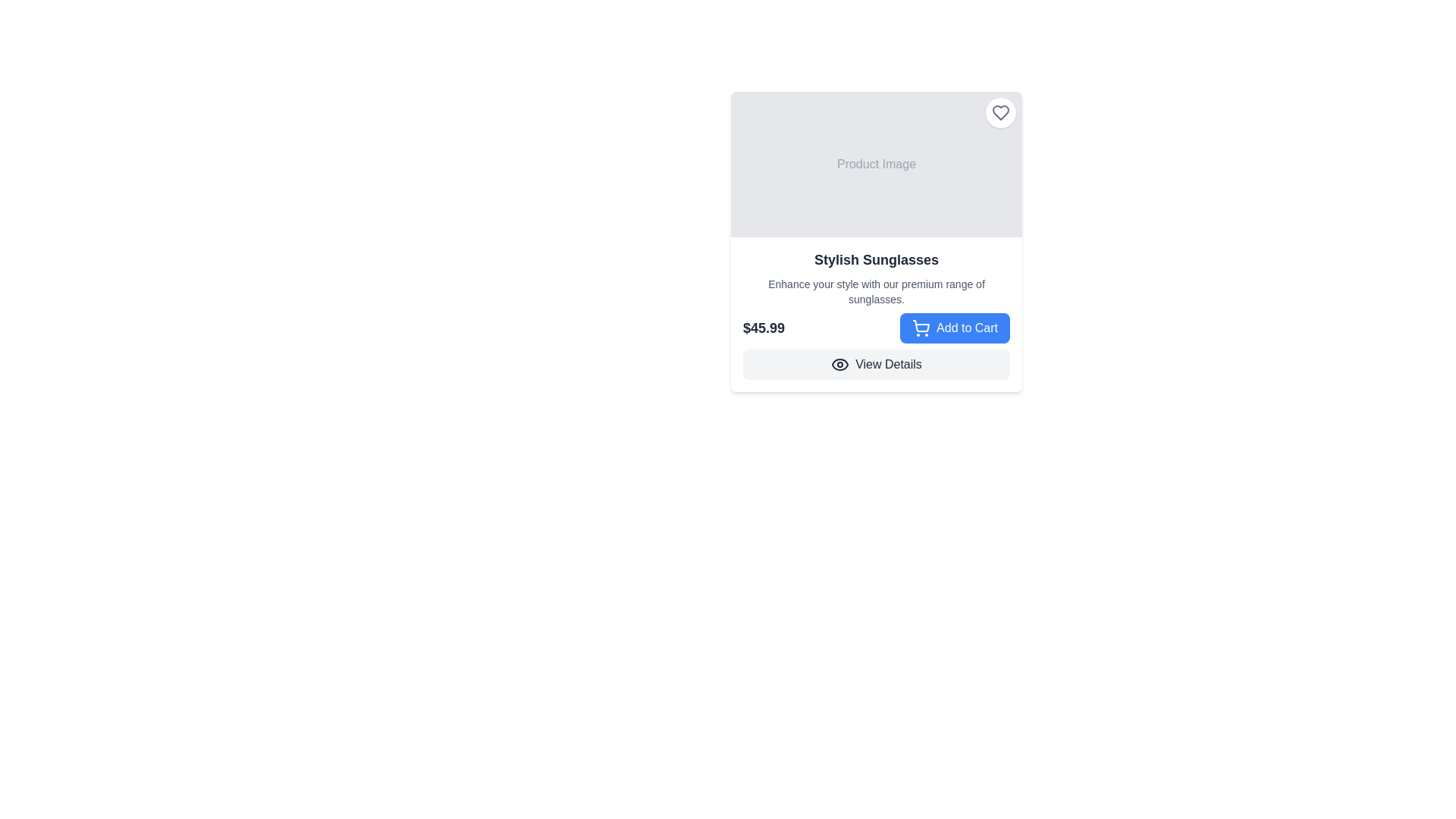 The image size is (1456, 819). What do you see at coordinates (877, 259) in the screenshot?
I see `product title text 'Stylish Sunglasses' displayed in the product card layout, which is centered above the description text` at bounding box center [877, 259].